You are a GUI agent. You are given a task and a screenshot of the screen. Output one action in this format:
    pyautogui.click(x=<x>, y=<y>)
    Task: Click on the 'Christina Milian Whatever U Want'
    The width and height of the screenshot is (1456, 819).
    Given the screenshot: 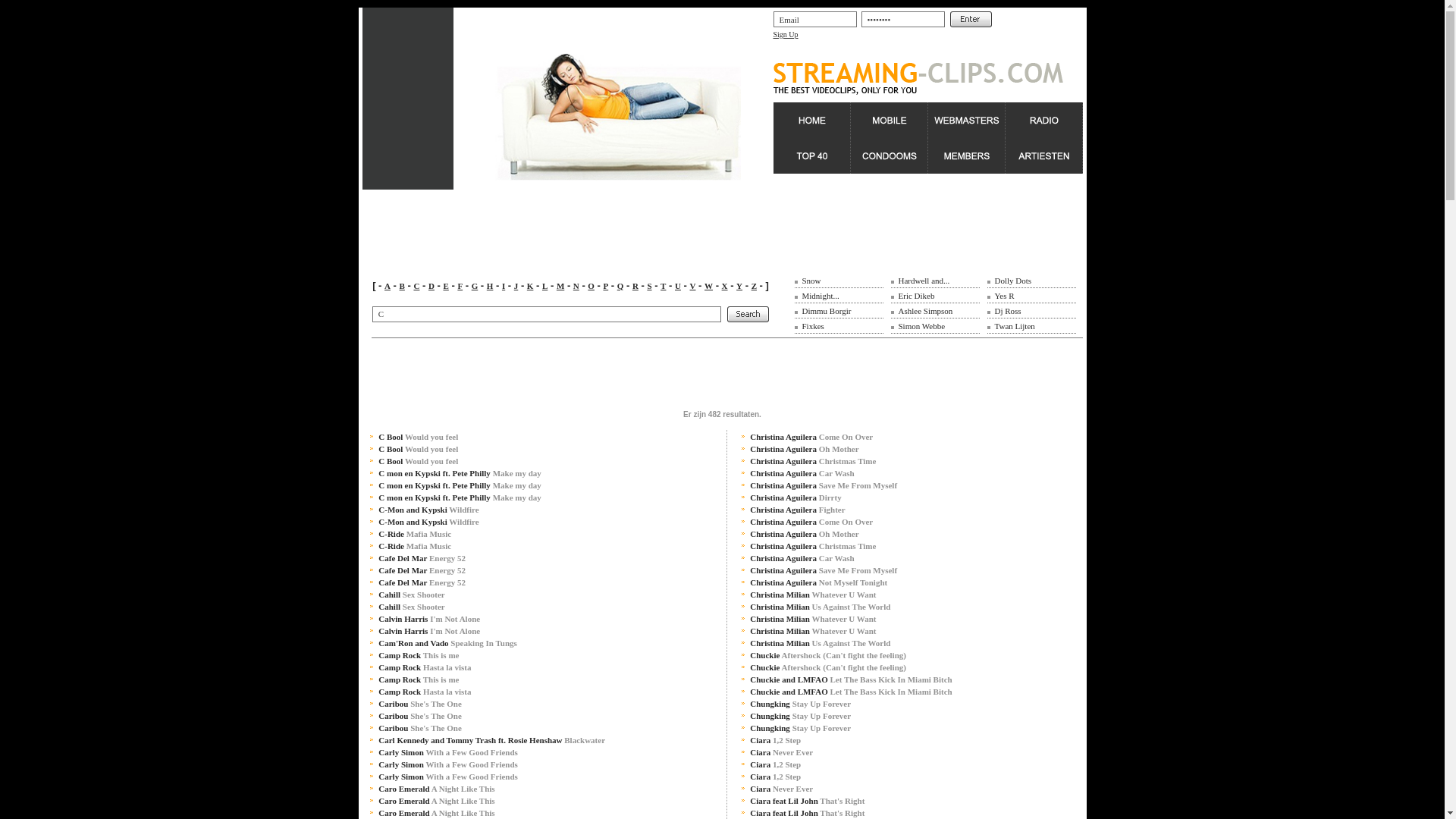 What is the action you would take?
    pyautogui.click(x=811, y=631)
    